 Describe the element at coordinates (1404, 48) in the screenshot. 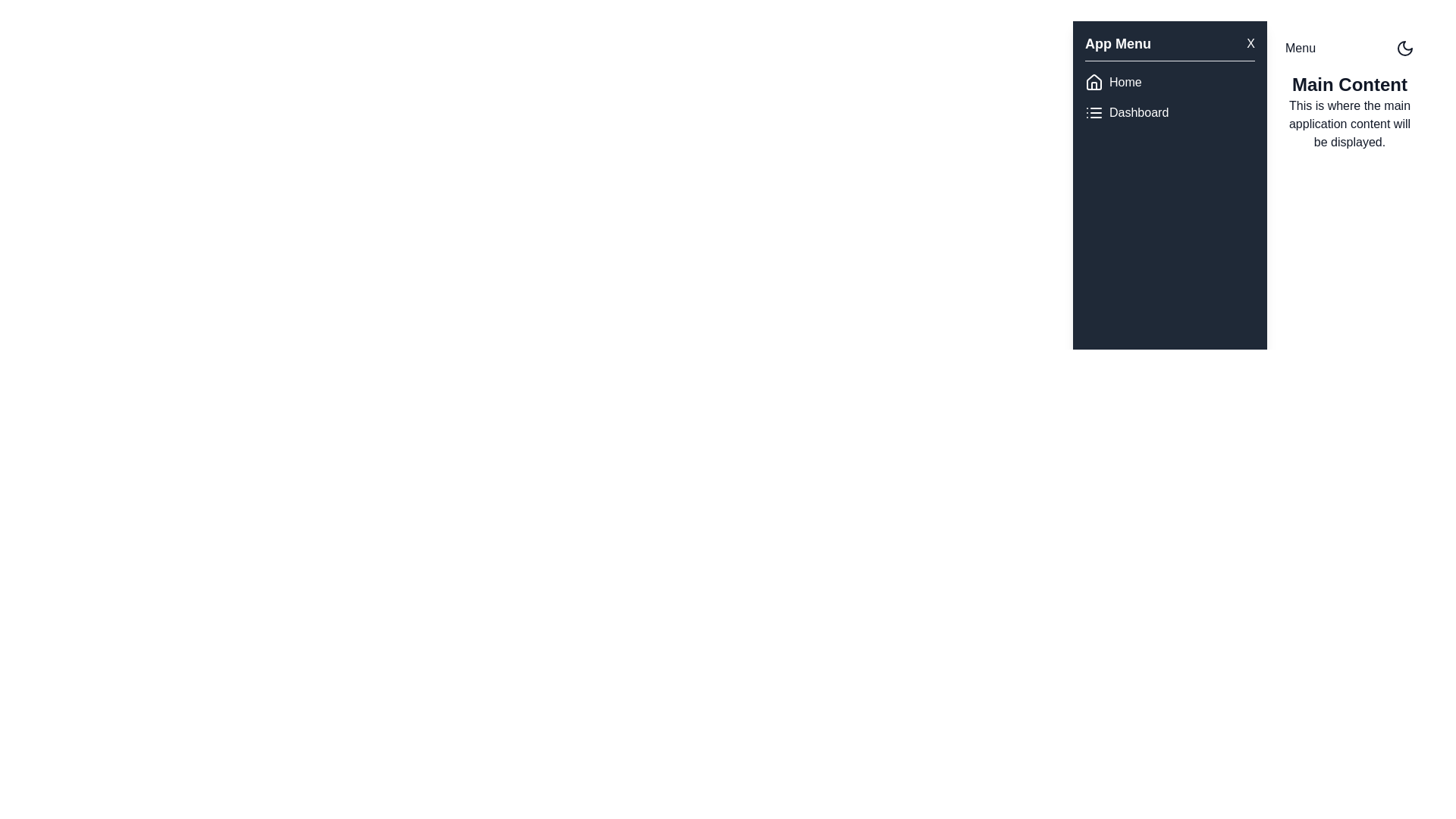

I see `the small circular button depicting a crescent moon icon, which serves as a night mode toggle` at that location.